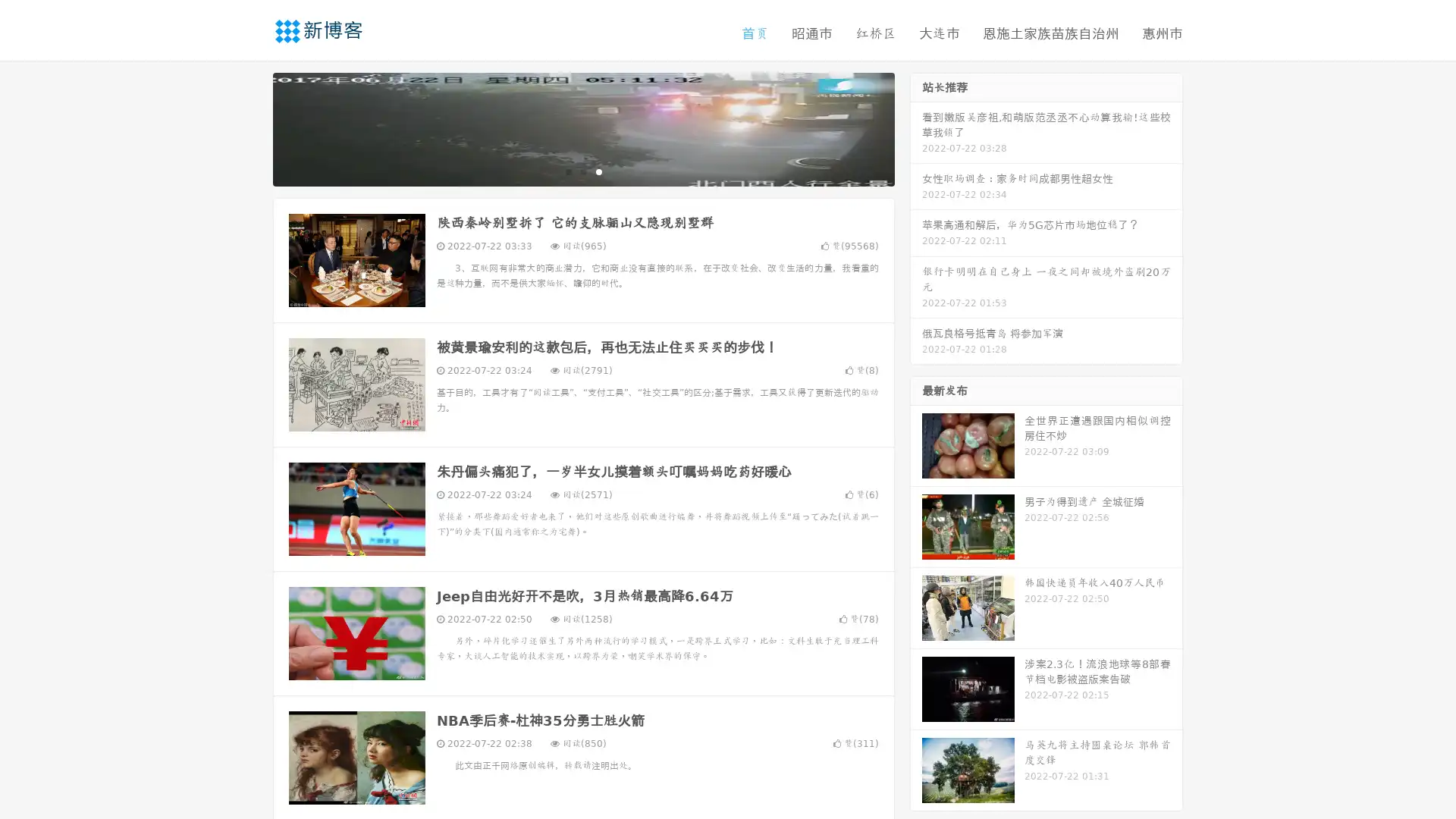 This screenshot has width=1456, height=819. I want to click on Go to slide 1, so click(567, 171).